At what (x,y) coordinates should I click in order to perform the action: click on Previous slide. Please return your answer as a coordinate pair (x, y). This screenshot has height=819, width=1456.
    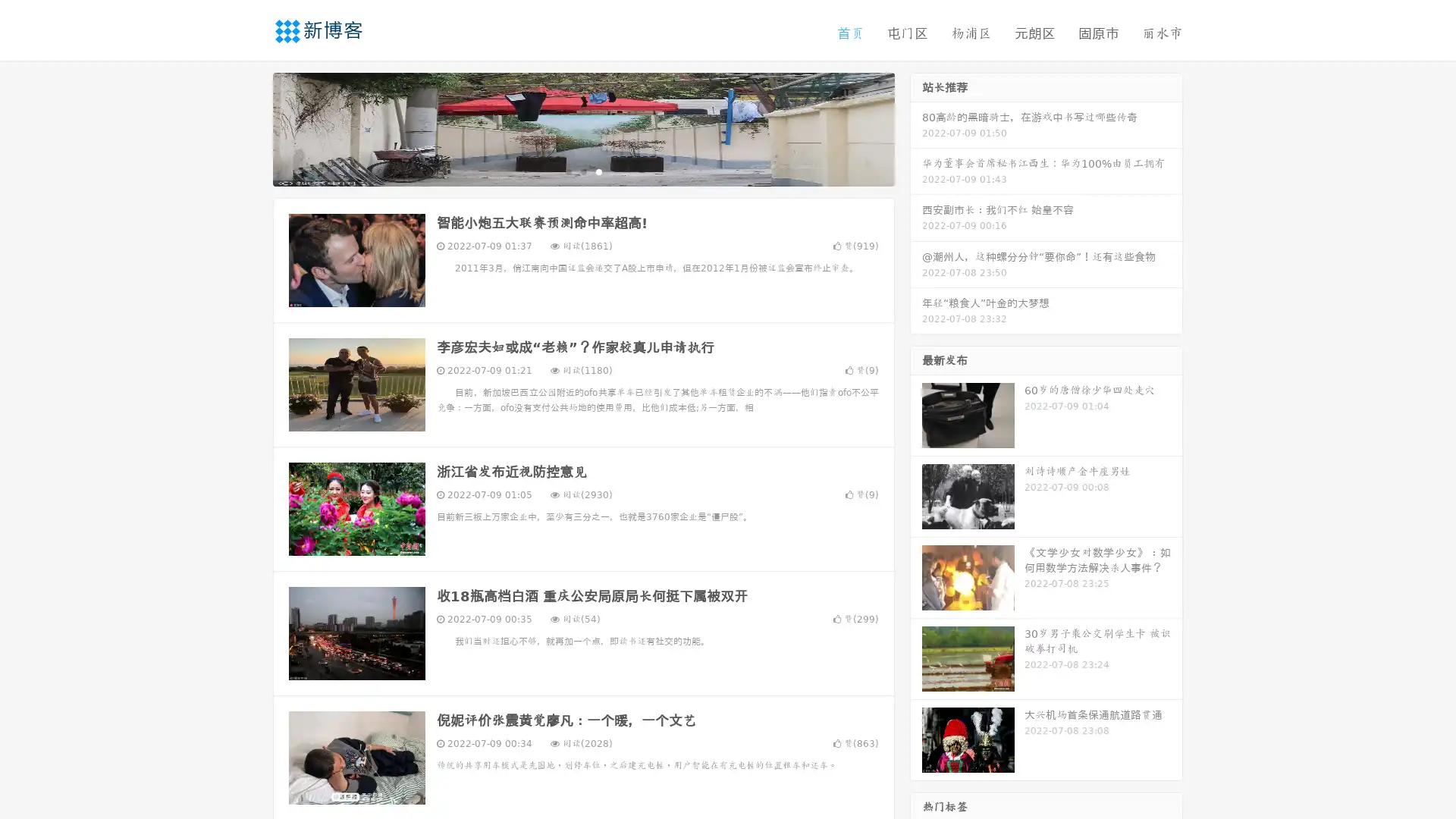
    Looking at the image, I should click on (250, 127).